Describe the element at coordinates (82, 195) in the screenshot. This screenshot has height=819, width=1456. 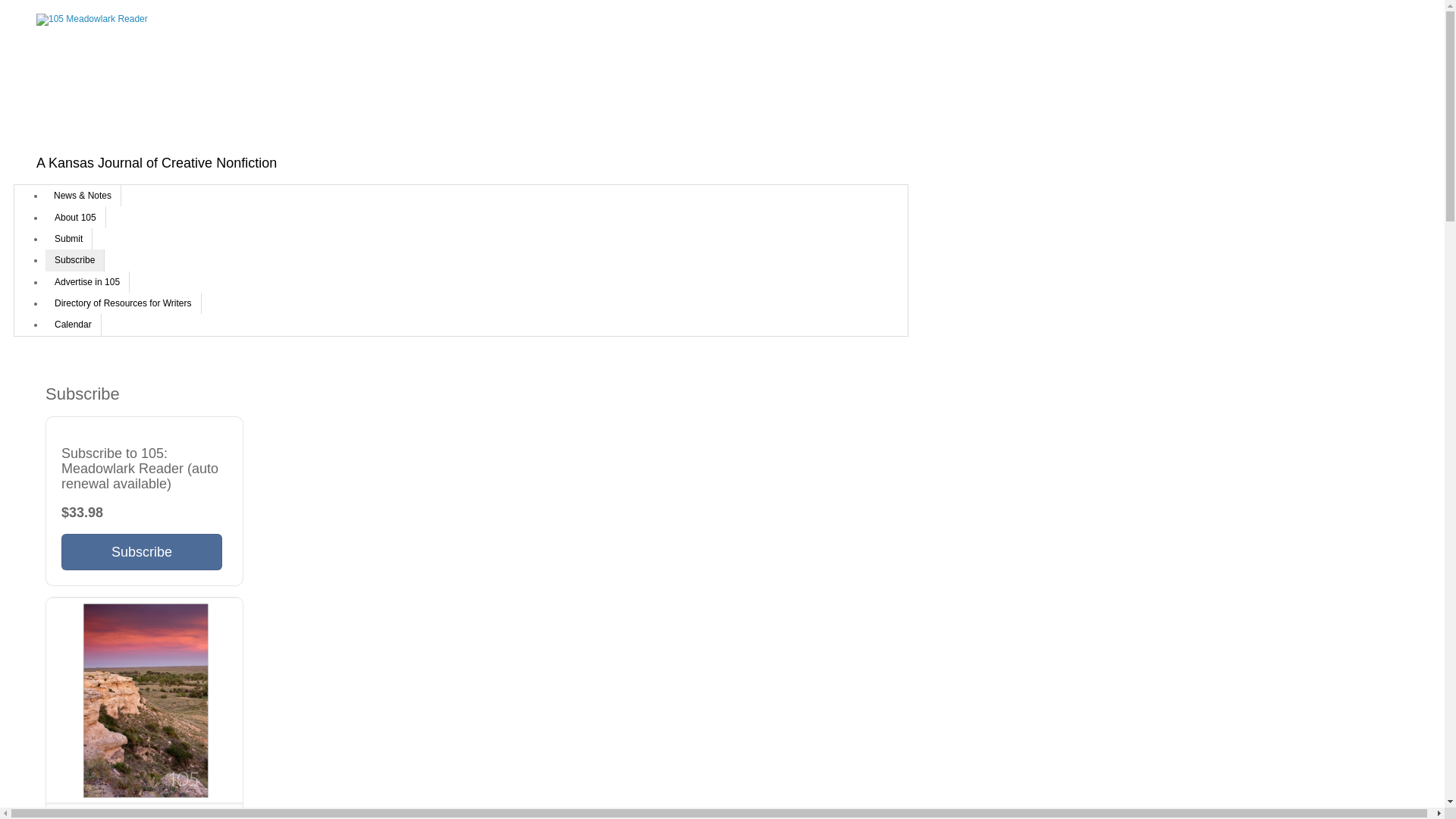
I see `'News & Notes'` at that location.